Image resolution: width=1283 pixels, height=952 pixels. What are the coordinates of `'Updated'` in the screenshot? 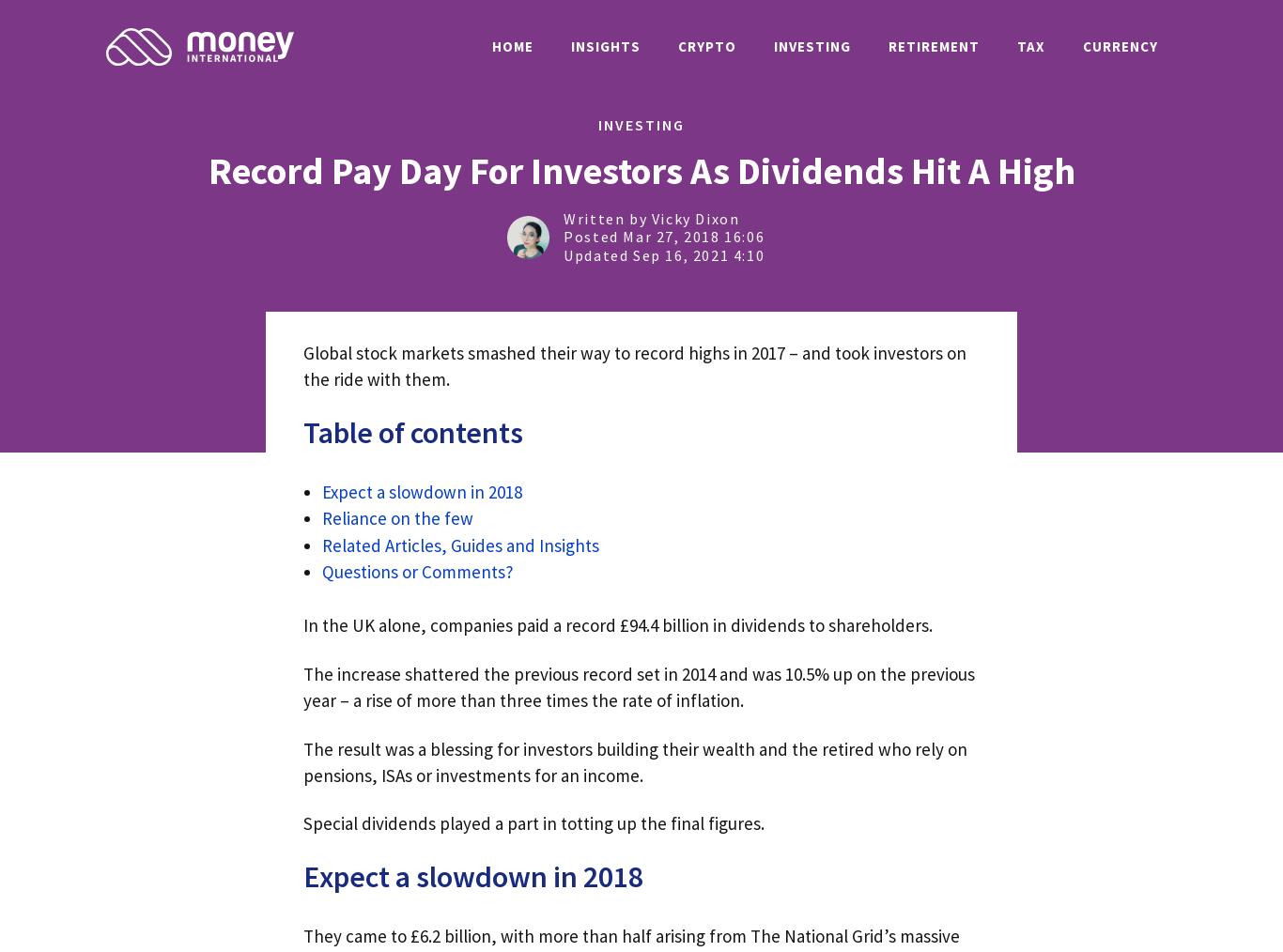 It's located at (596, 254).